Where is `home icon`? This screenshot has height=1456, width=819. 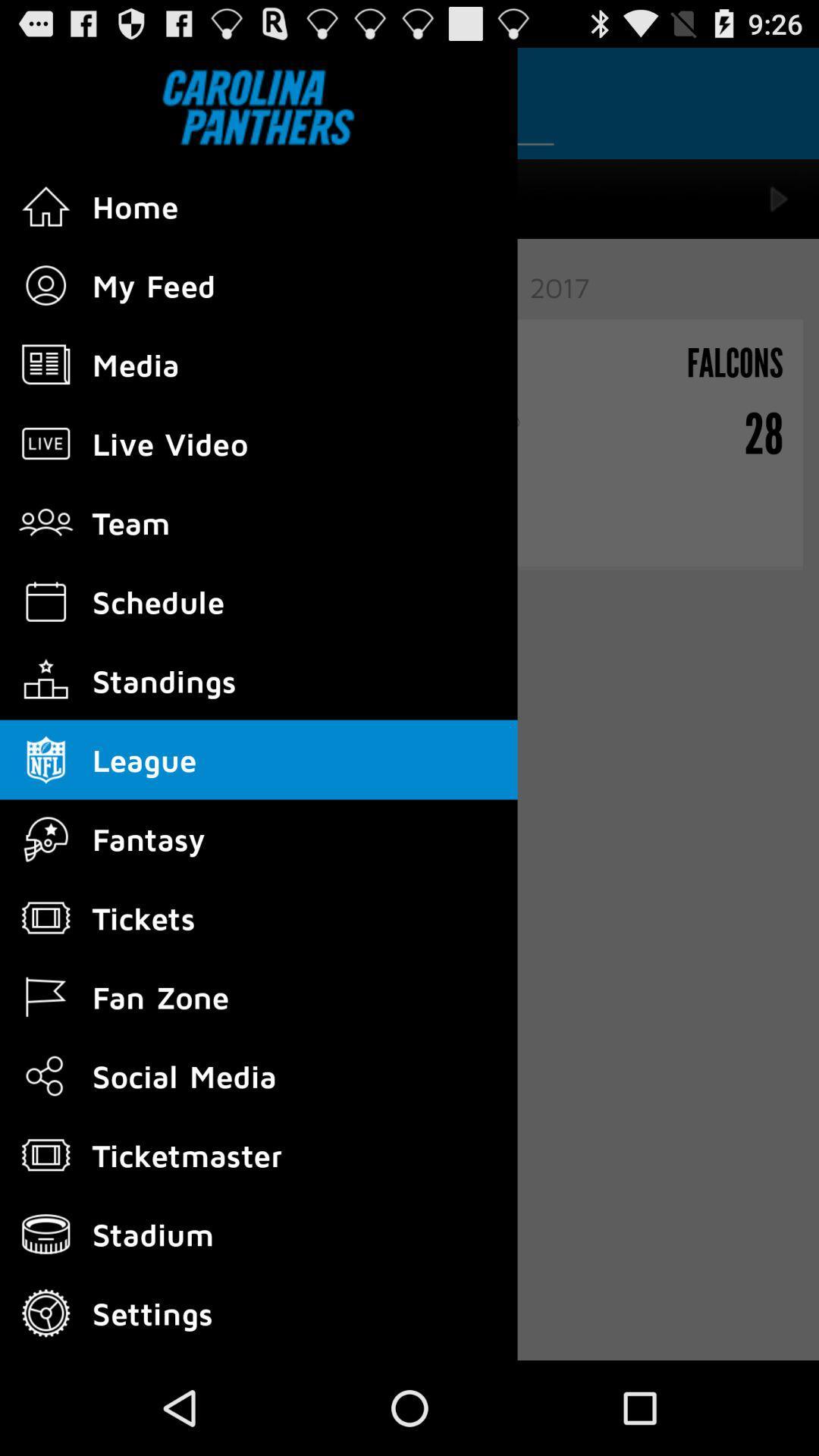 home icon is located at coordinates (45, 206).